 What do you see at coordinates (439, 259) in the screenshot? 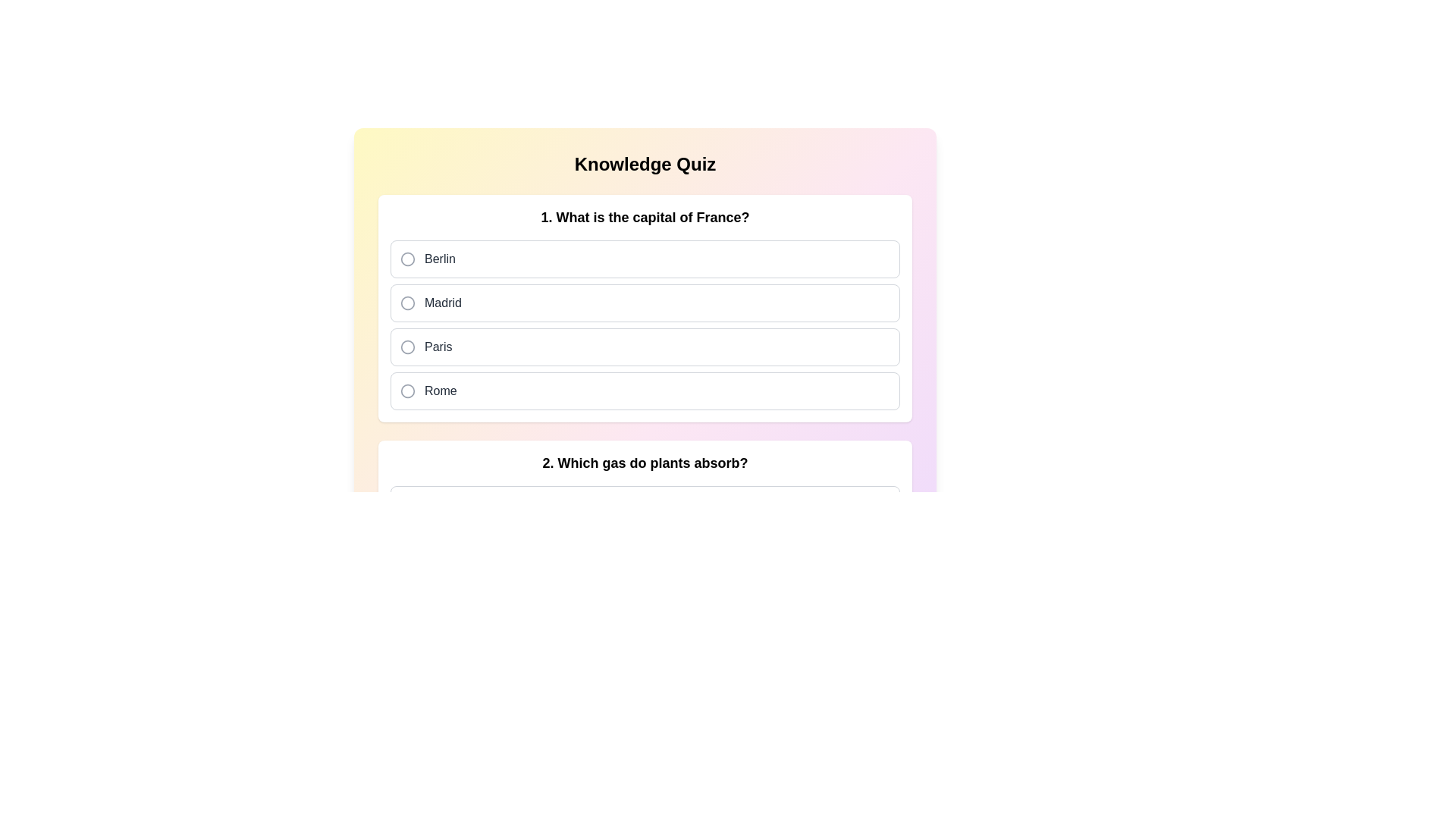
I see `text of the first selectable option label for the question 'What is the capital of France?'` at bounding box center [439, 259].